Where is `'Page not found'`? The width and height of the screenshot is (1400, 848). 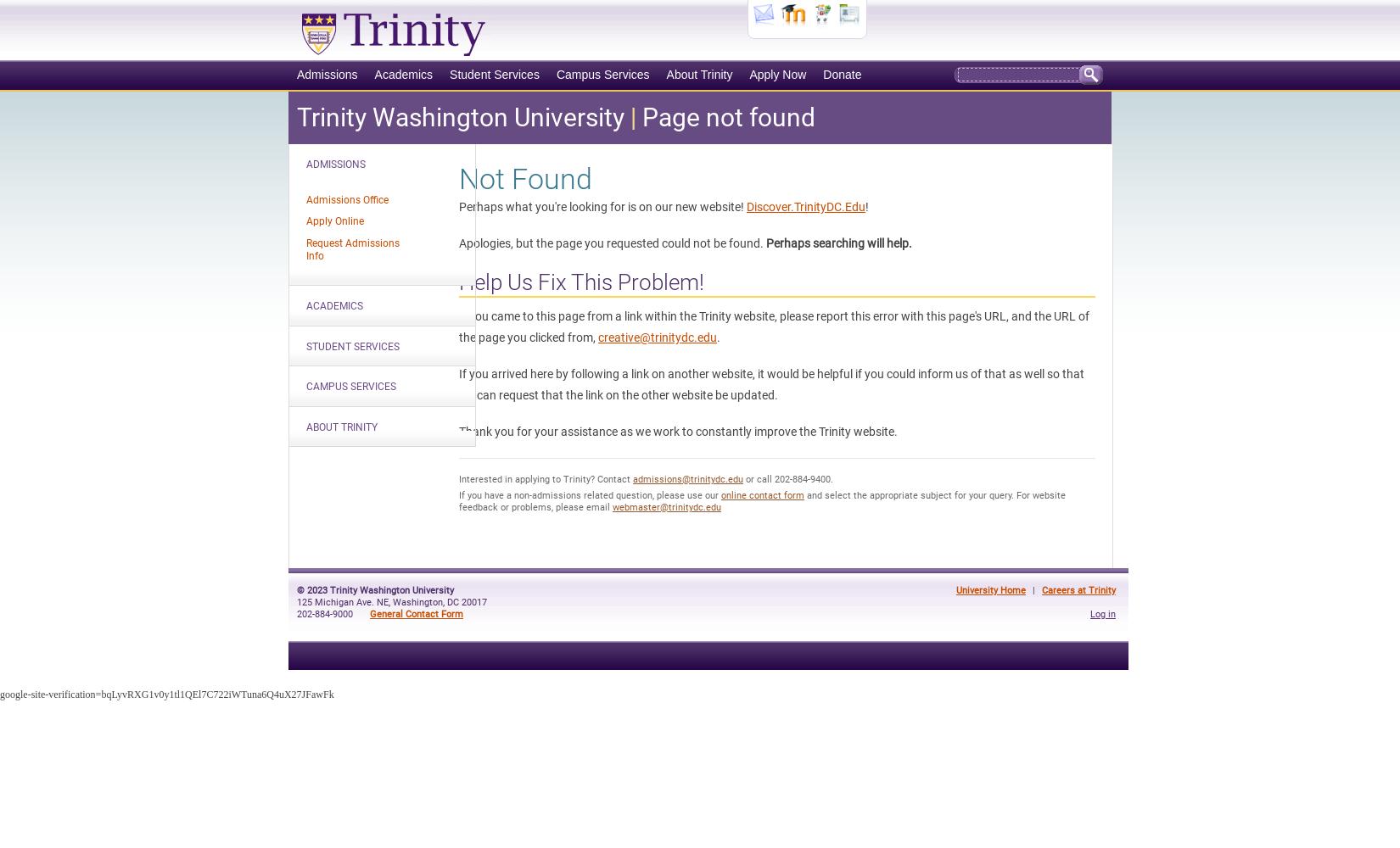
'Page not found' is located at coordinates (725, 117).